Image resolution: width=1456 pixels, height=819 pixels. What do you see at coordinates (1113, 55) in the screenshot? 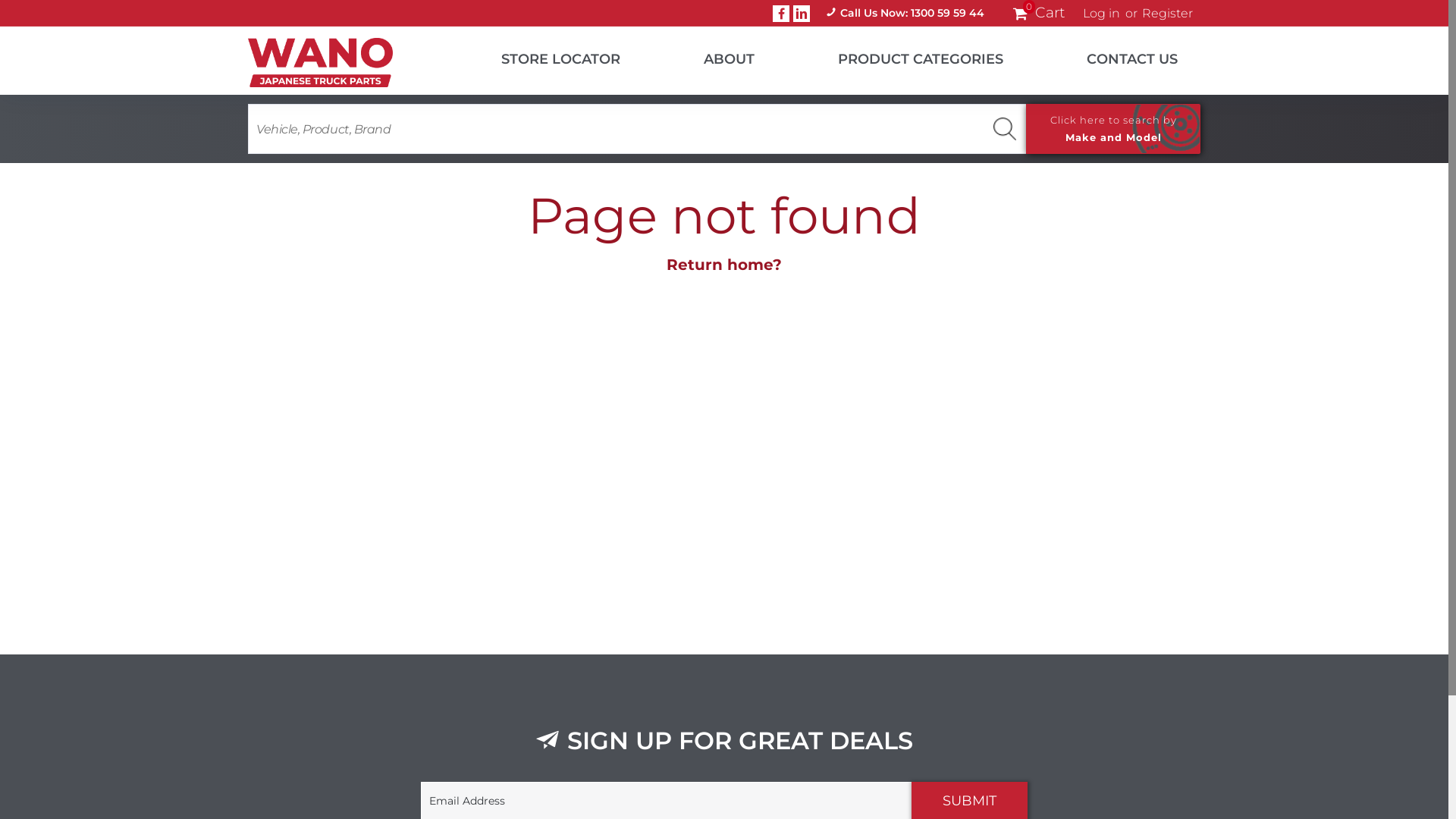
I see `'CONTACT US'` at bounding box center [1113, 55].